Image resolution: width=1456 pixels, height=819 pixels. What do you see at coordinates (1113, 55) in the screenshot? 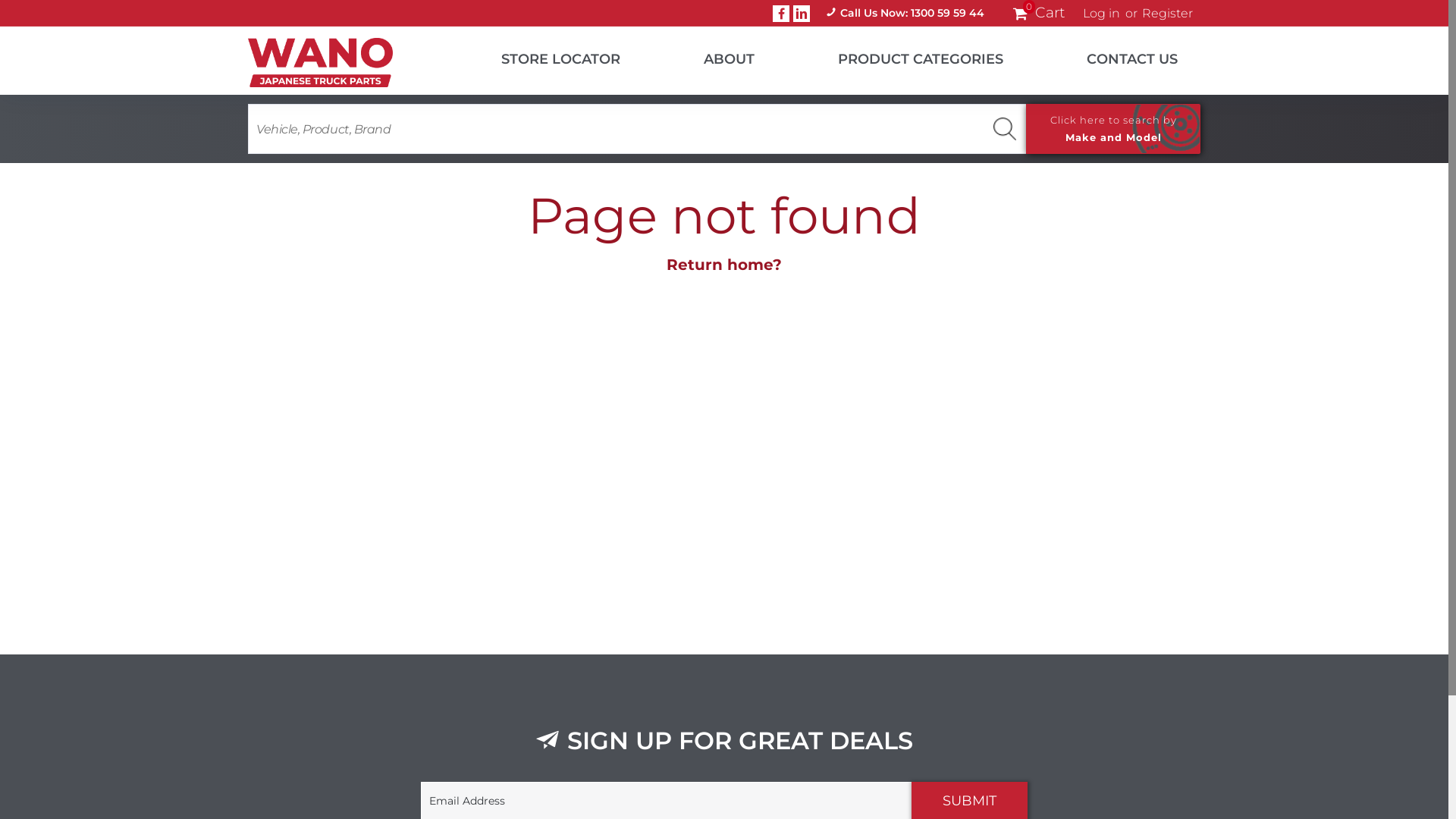
I see `'CONTACT US'` at bounding box center [1113, 55].